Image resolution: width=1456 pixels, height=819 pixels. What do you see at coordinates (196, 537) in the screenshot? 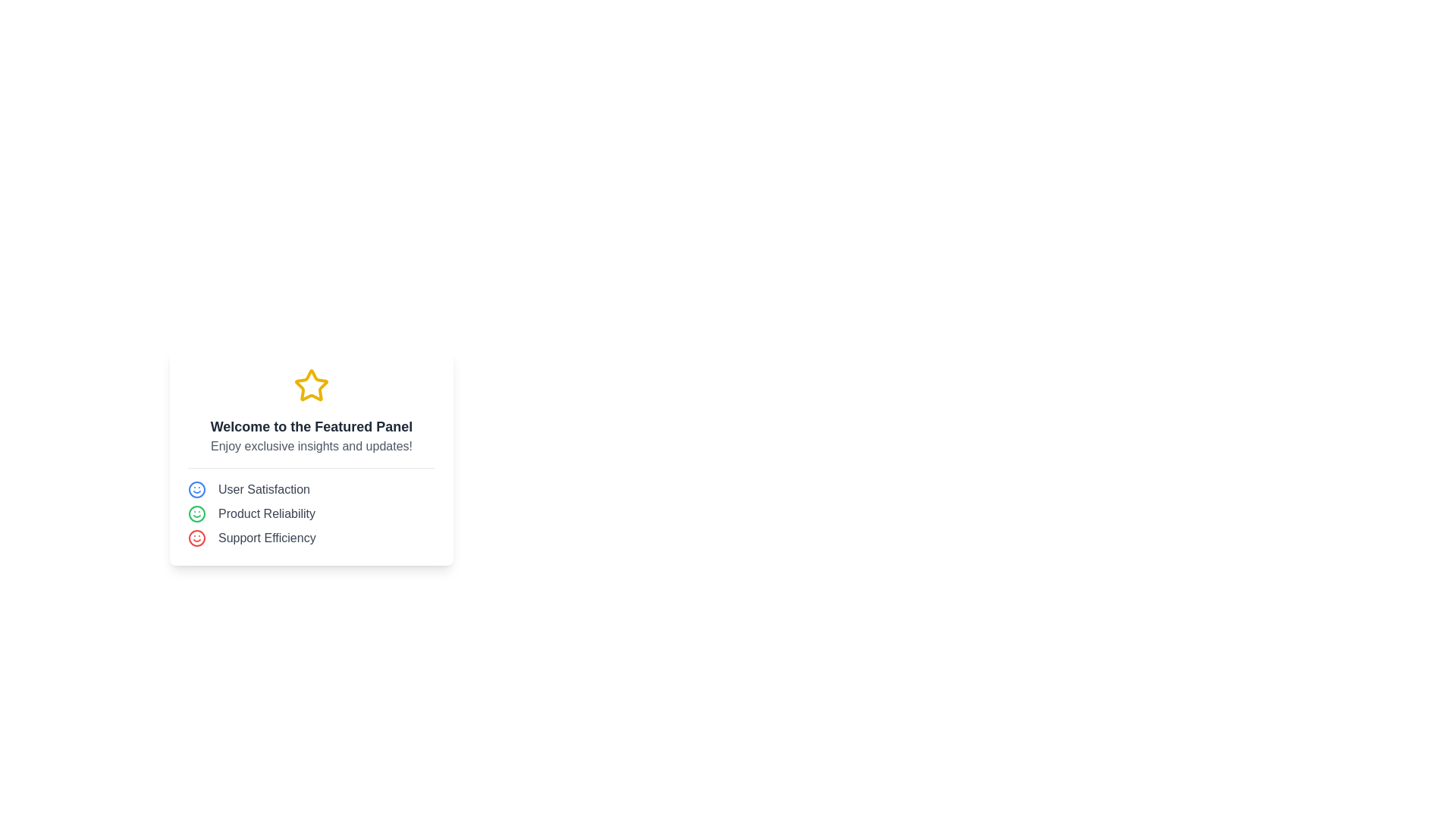
I see `the decorative circular border of the emoticon located in the third row under 'Support Efficiency'` at bounding box center [196, 537].